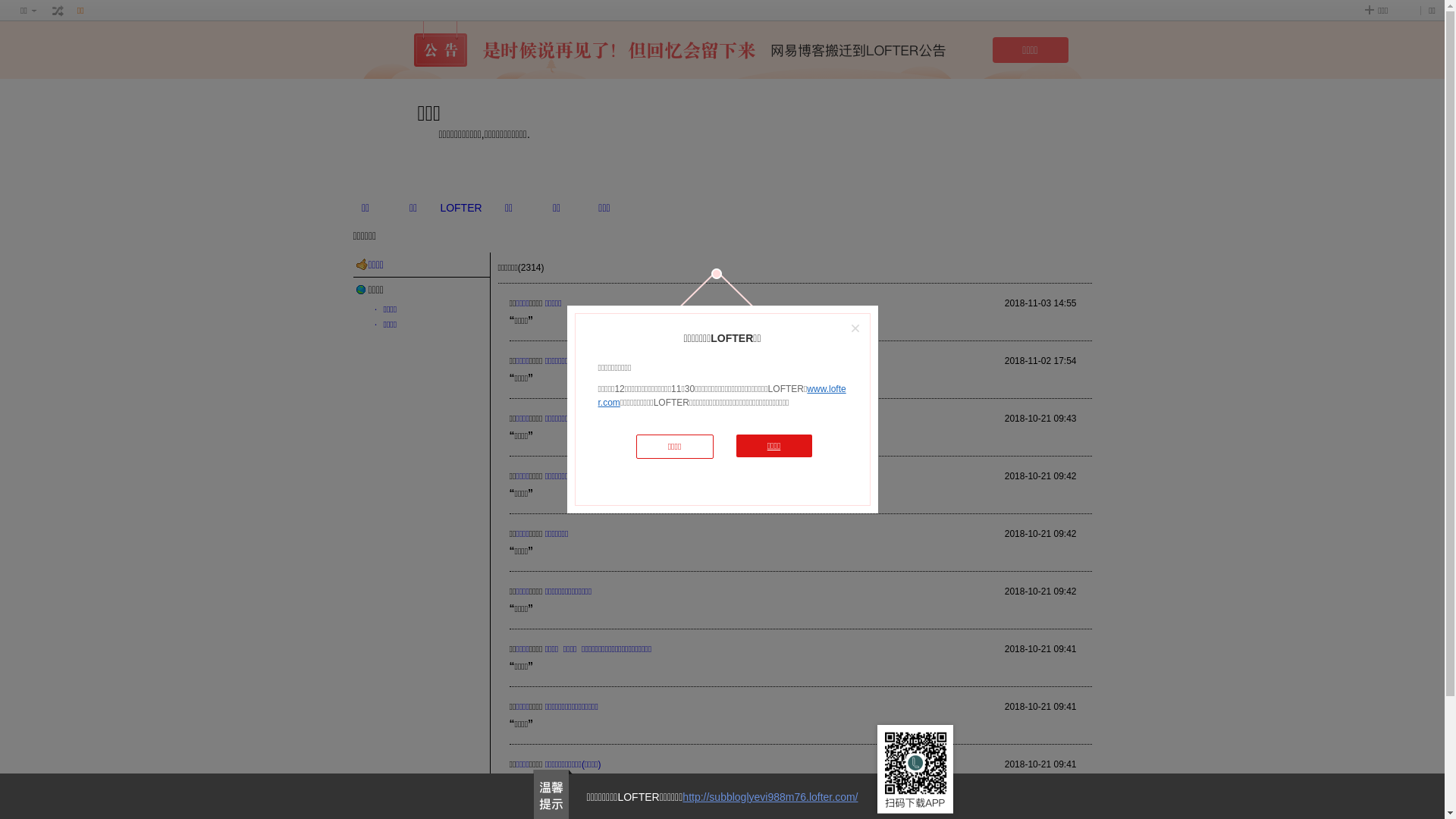  Describe the element at coordinates (436, 207) in the screenshot. I see `'LOFTER'` at that location.